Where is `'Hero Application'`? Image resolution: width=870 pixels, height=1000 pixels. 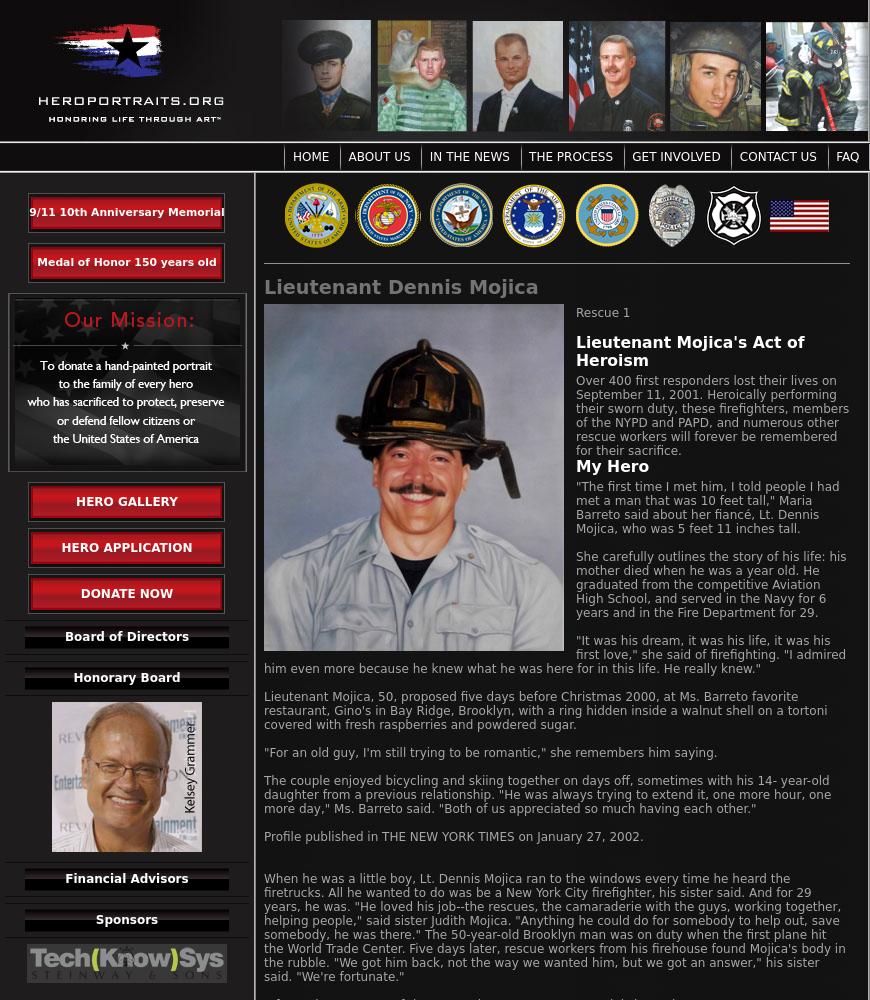 'Hero Application' is located at coordinates (125, 548).